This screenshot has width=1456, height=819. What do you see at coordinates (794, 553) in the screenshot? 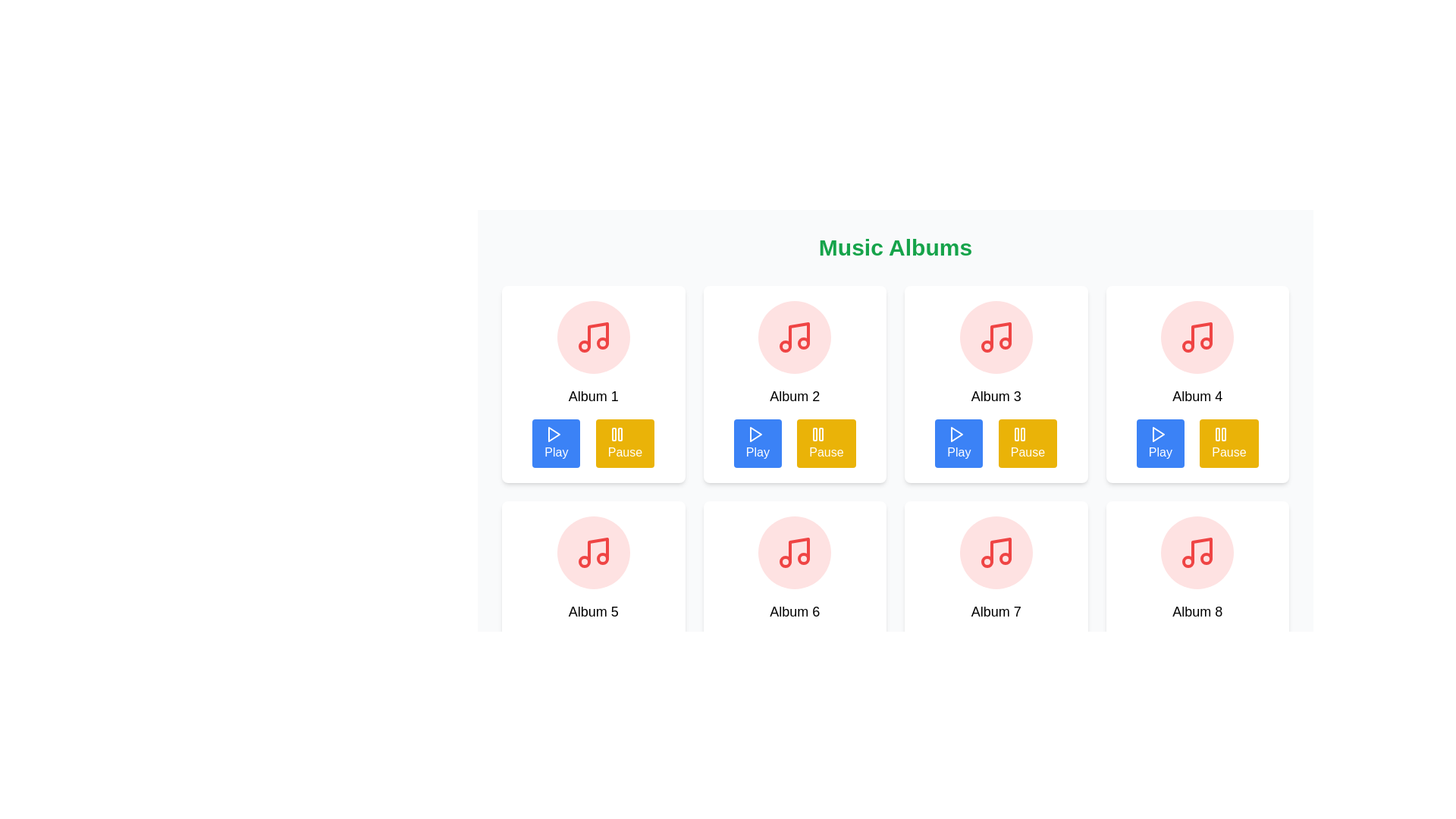
I see `the red music note icon located in the second column of the lower row, which represents music content and is associated with the label 'Album 6'` at bounding box center [794, 553].